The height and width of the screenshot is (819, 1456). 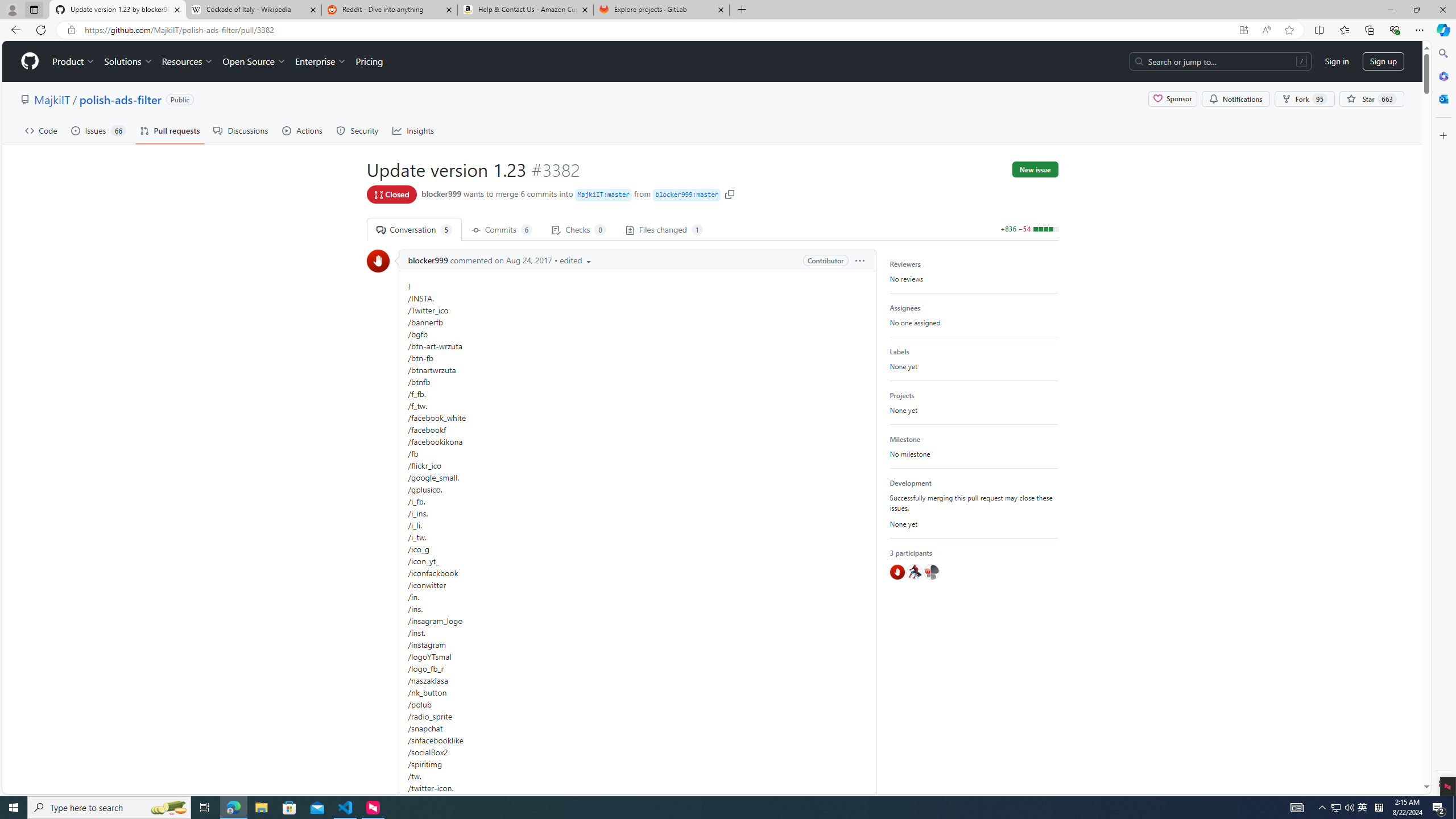 What do you see at coordinates (357, 130) in the screenshot?
I see `'Security'` at bounding box center [357, 130].